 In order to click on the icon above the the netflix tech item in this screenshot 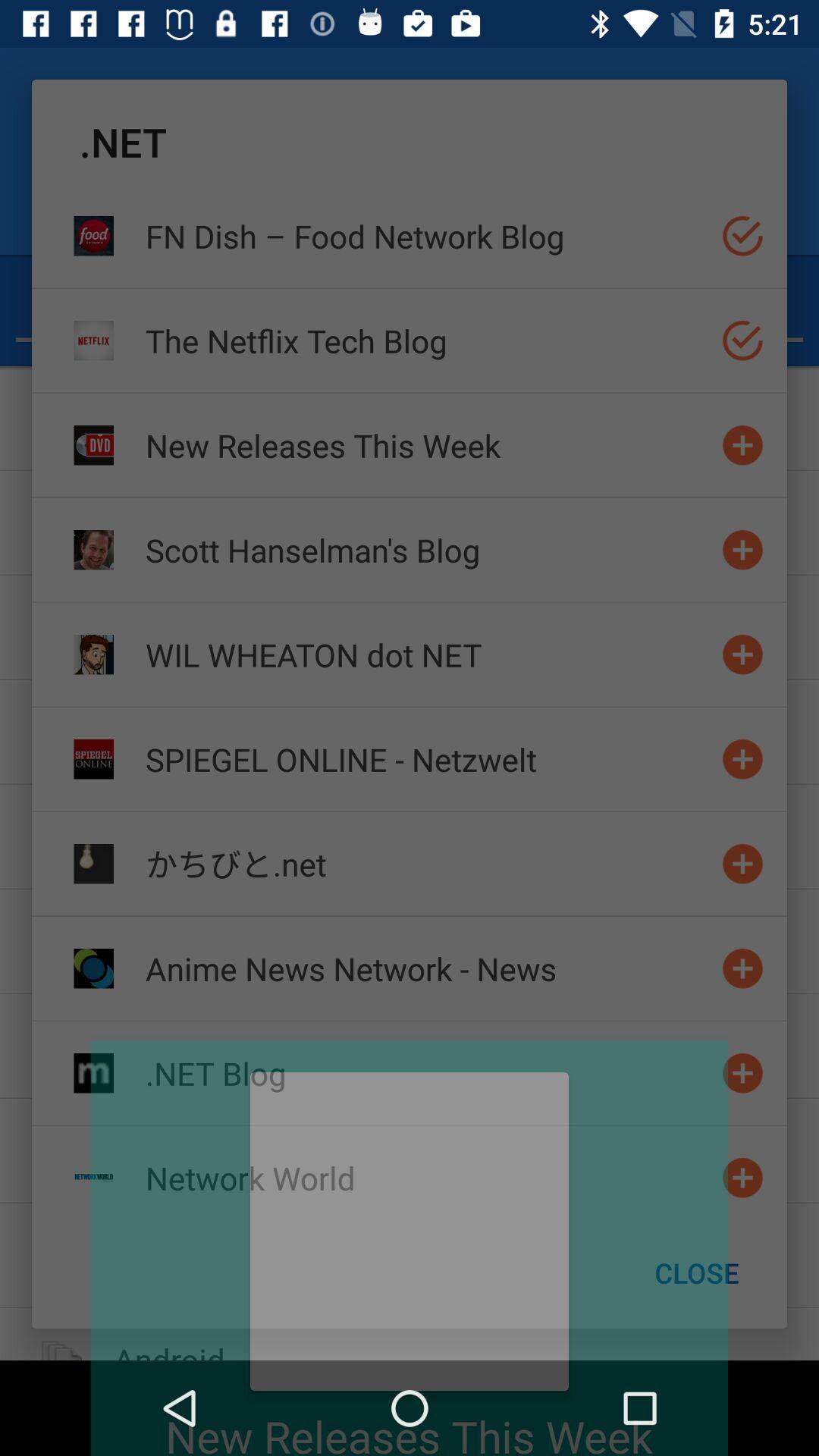, I will do `click(427, 235)`.